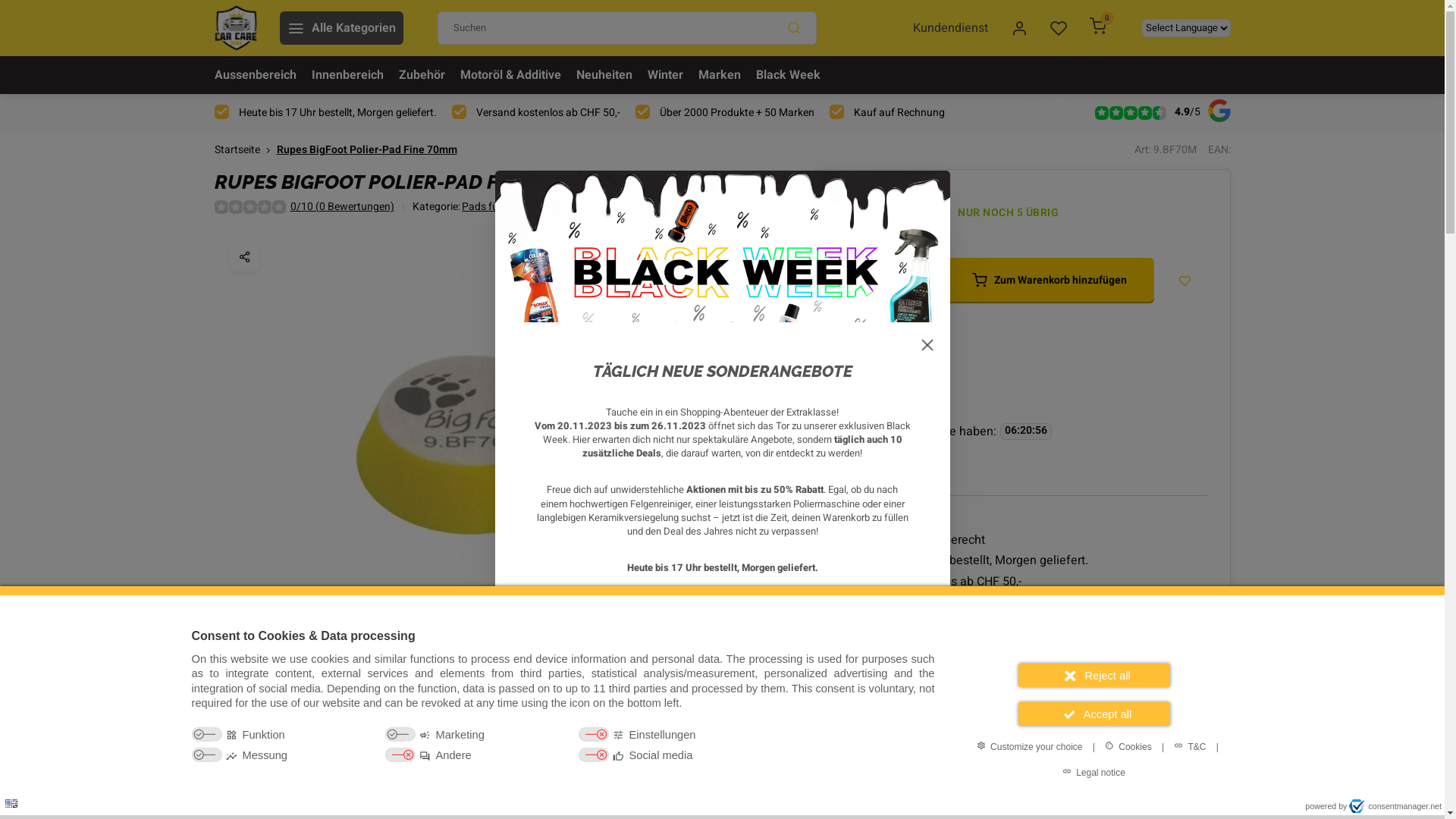  What do you see at coordinates (213, 150) in the screenshot?
I see `'Startseite'` at bounding box center [213, 150].